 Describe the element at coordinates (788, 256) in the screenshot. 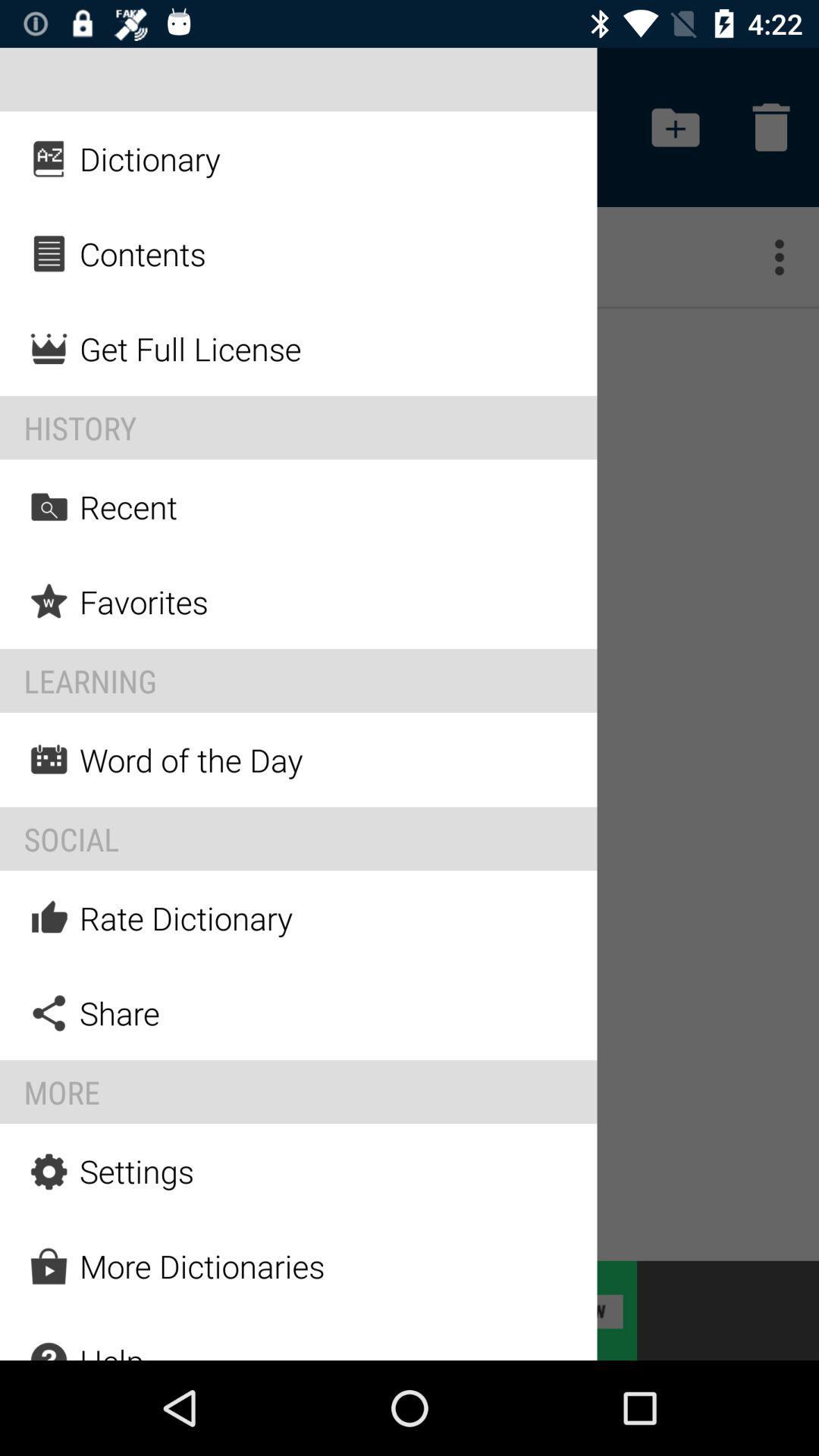

I see `button under delete` at that location.